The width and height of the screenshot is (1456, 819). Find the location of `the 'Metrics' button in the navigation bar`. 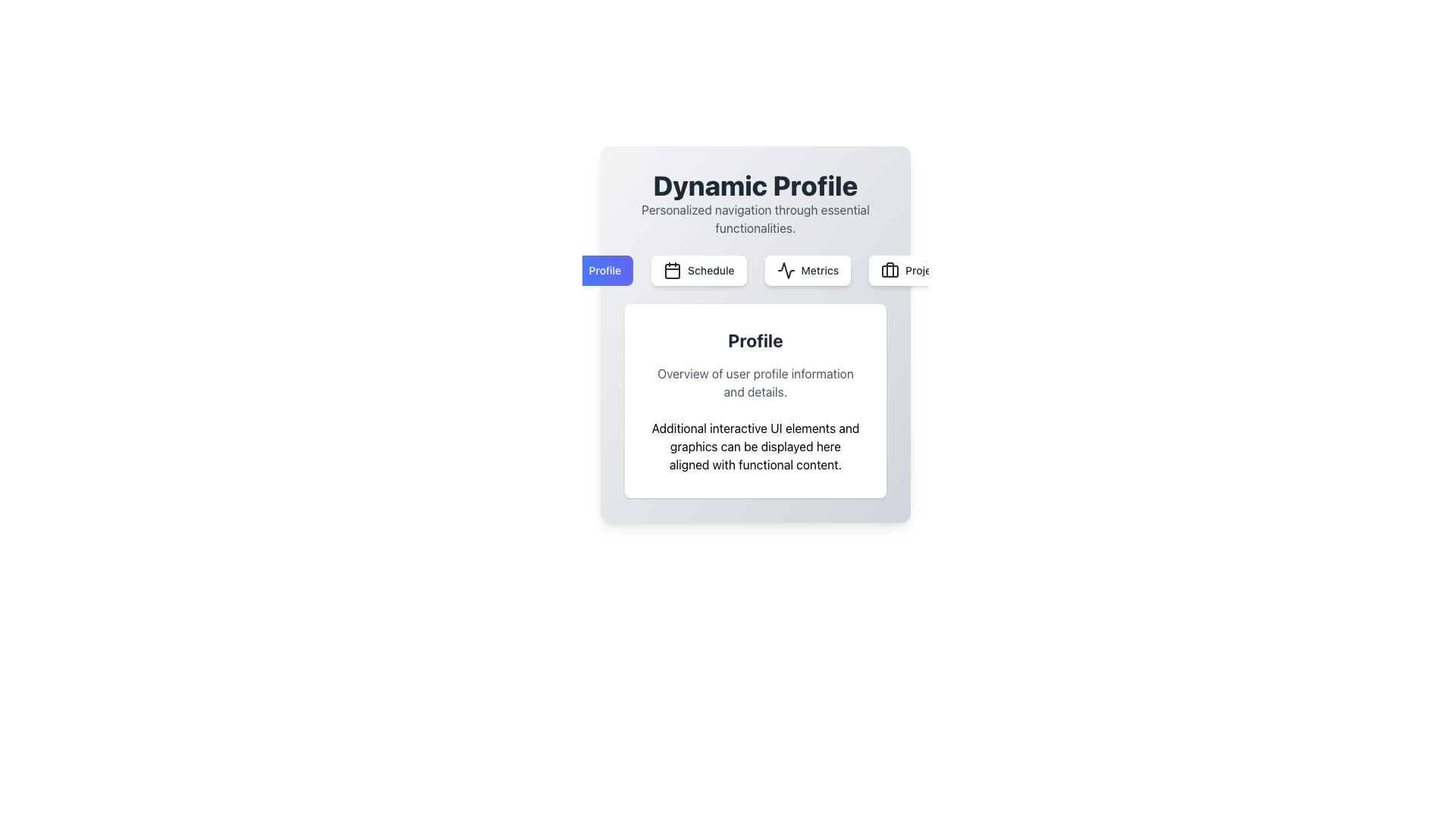

the 'Metrics' button in the navigation bar is located at coordinates (755, 270).